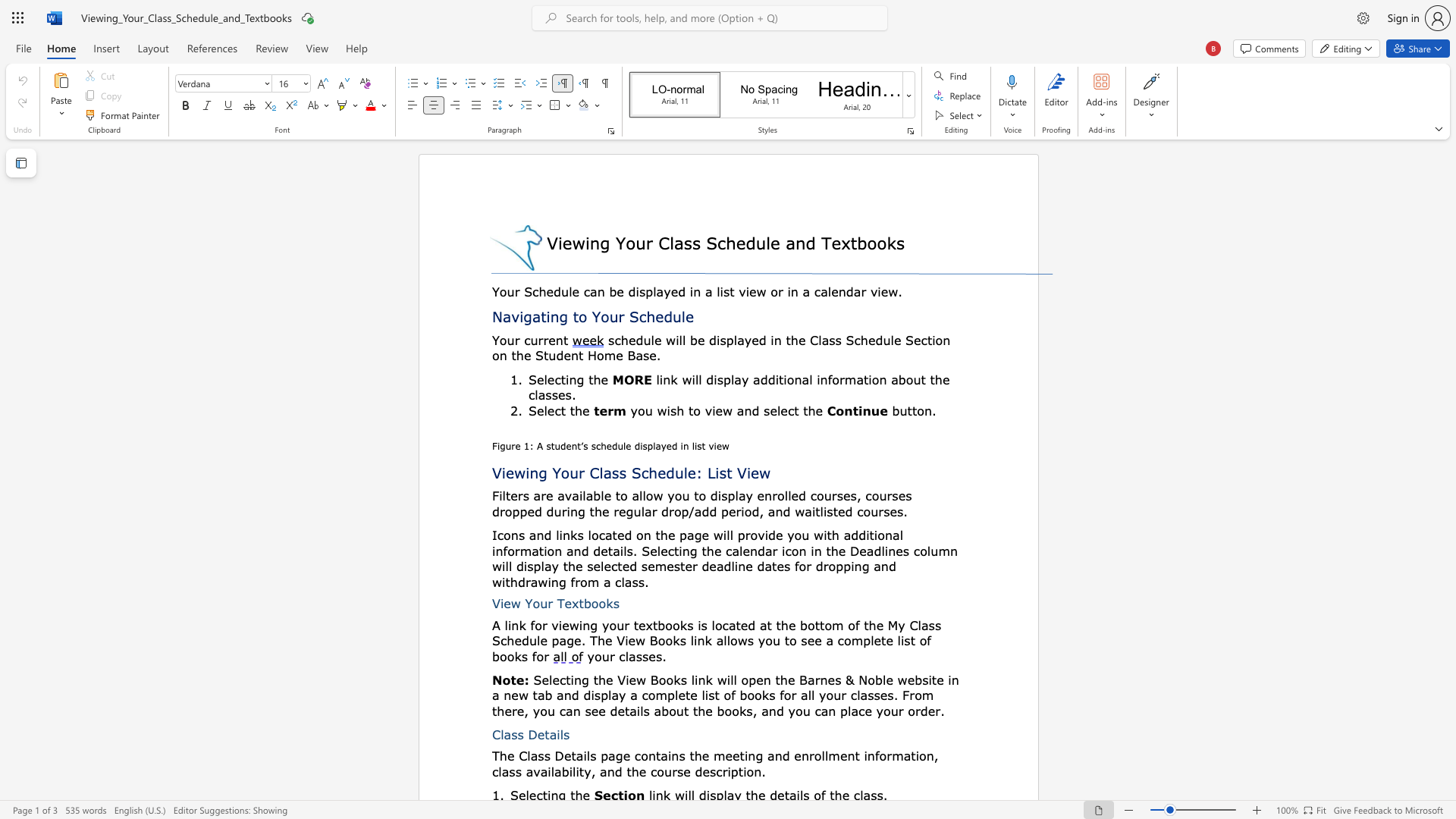 The width and height of the screenshot is (1456, 819). I want to click on the subset text "View" within the text "Viewing Your Class Schedule and Textbooks", so click(546, 242).